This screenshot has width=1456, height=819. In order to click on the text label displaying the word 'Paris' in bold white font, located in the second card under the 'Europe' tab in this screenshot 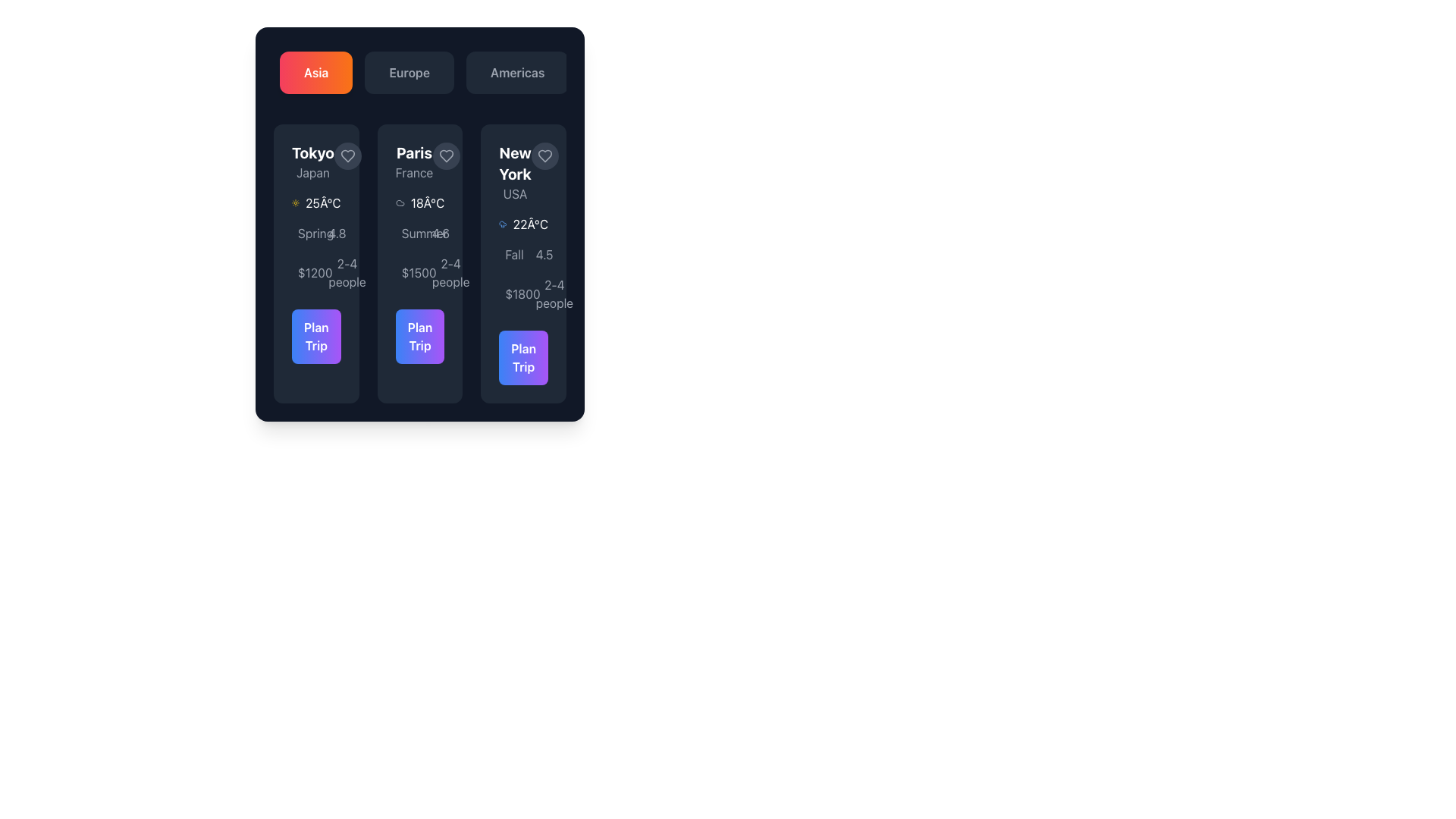, I will do `click(414, 152)`.